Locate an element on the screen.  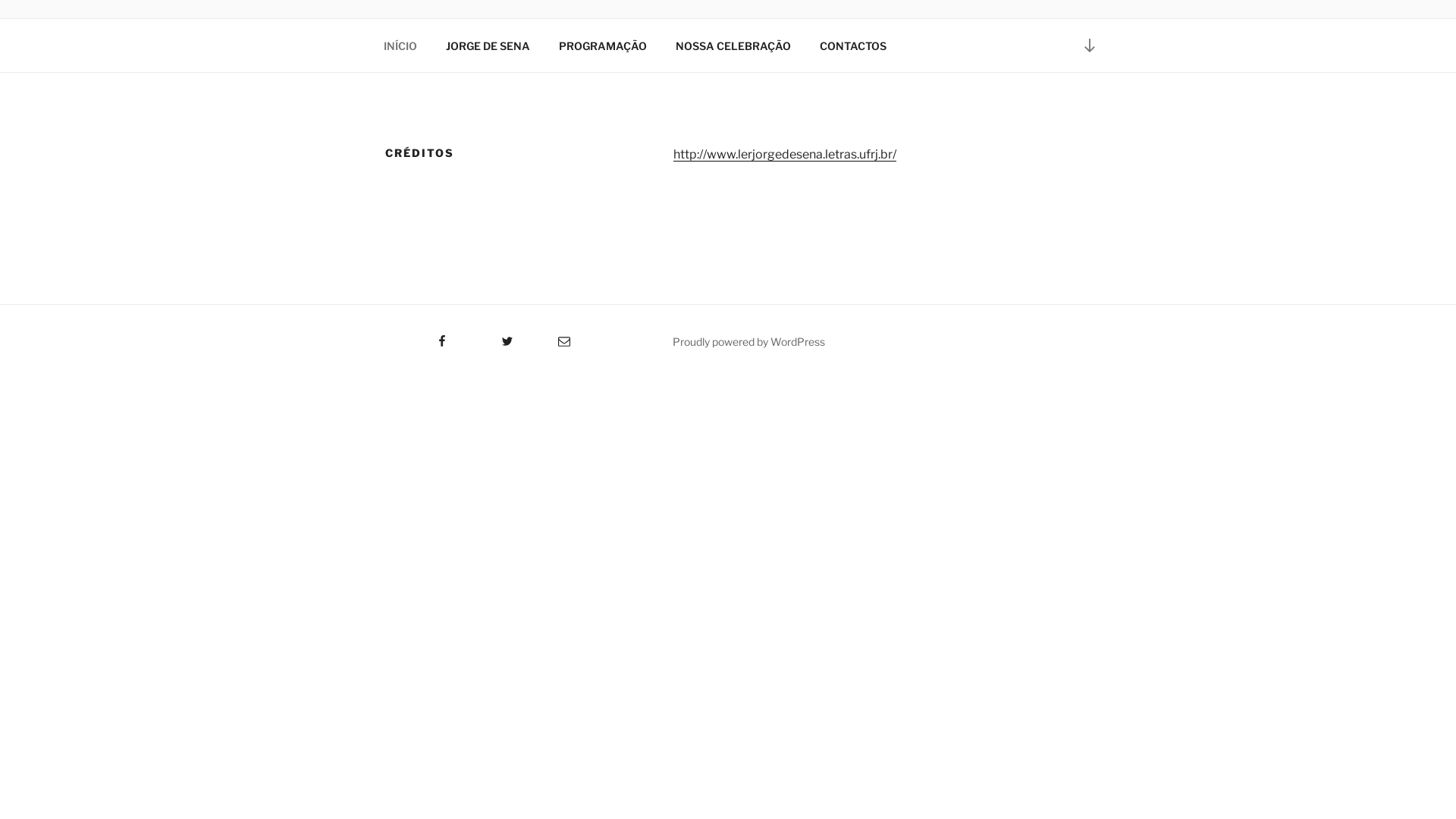
'CONTACTOS' is located at coordinates (852, 45).